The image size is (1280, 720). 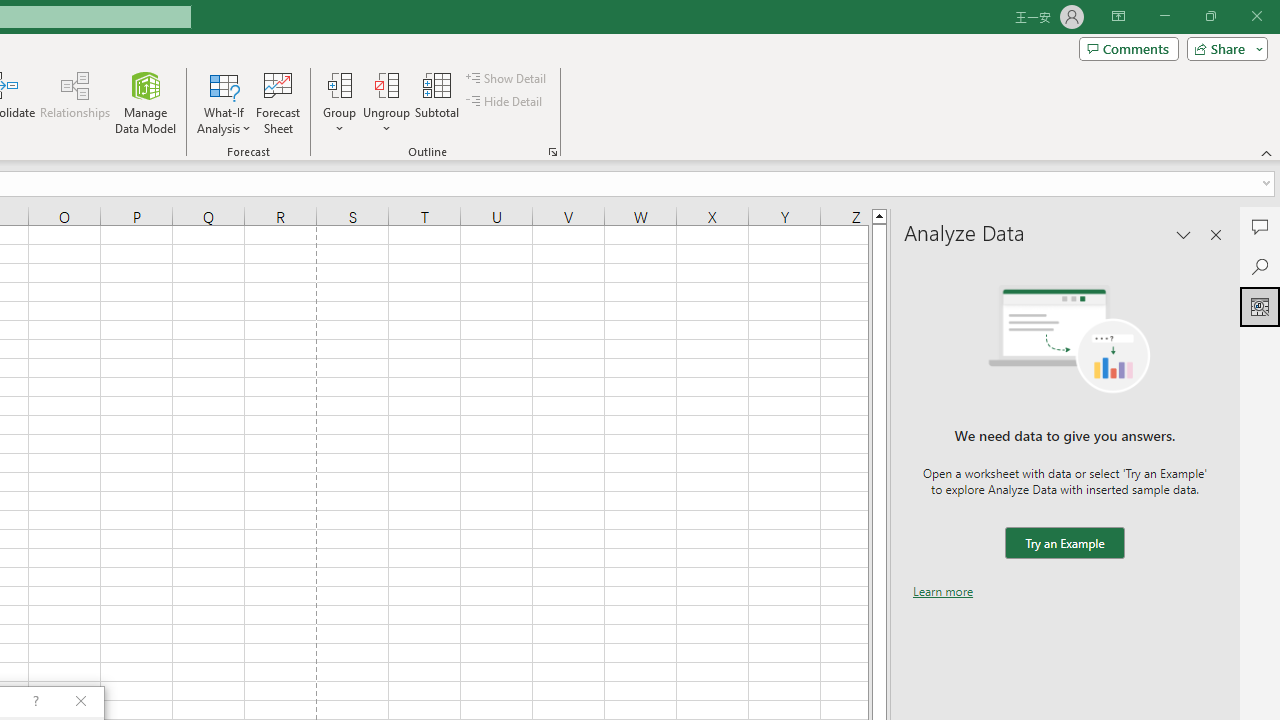 What do you see at coordinates (1215, 234) in the screenshot?
I see `'Close pane'` at bounding box center [1215, 234].